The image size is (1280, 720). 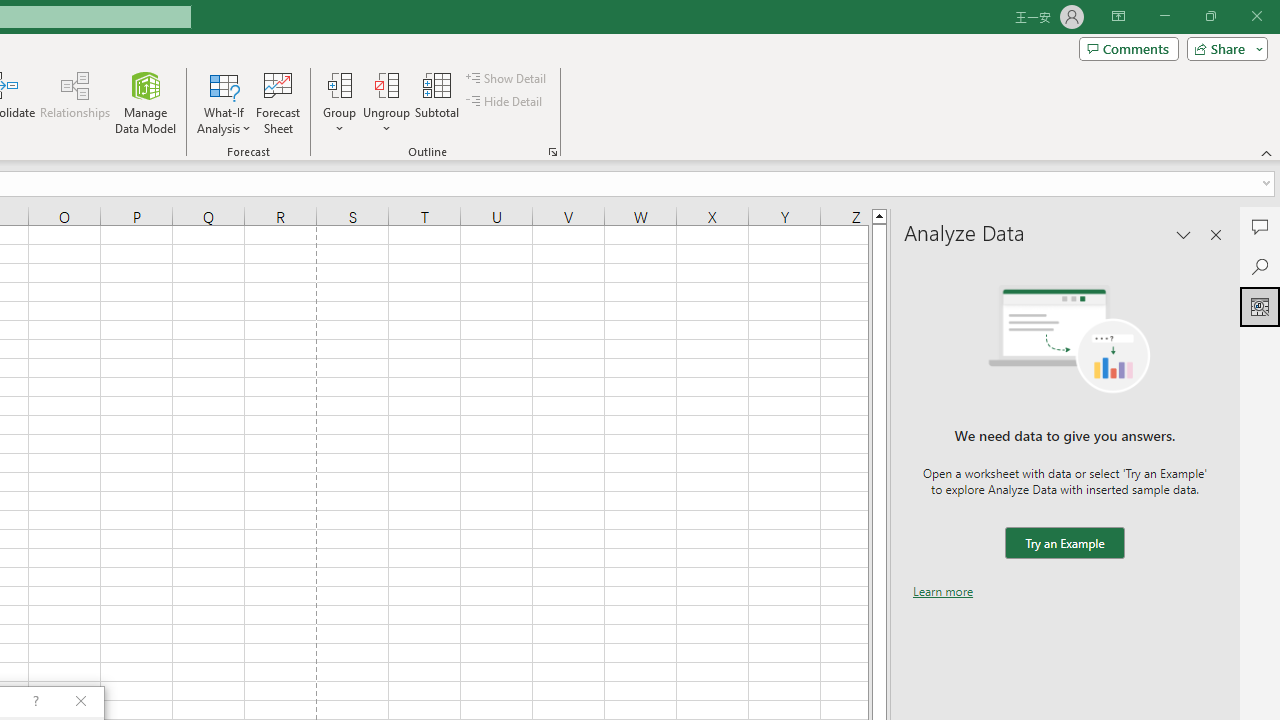 What do you see at coordinates (1215, 234) in the screenshot?
I see `'Close pane'` at bounding box center [1215, 234].